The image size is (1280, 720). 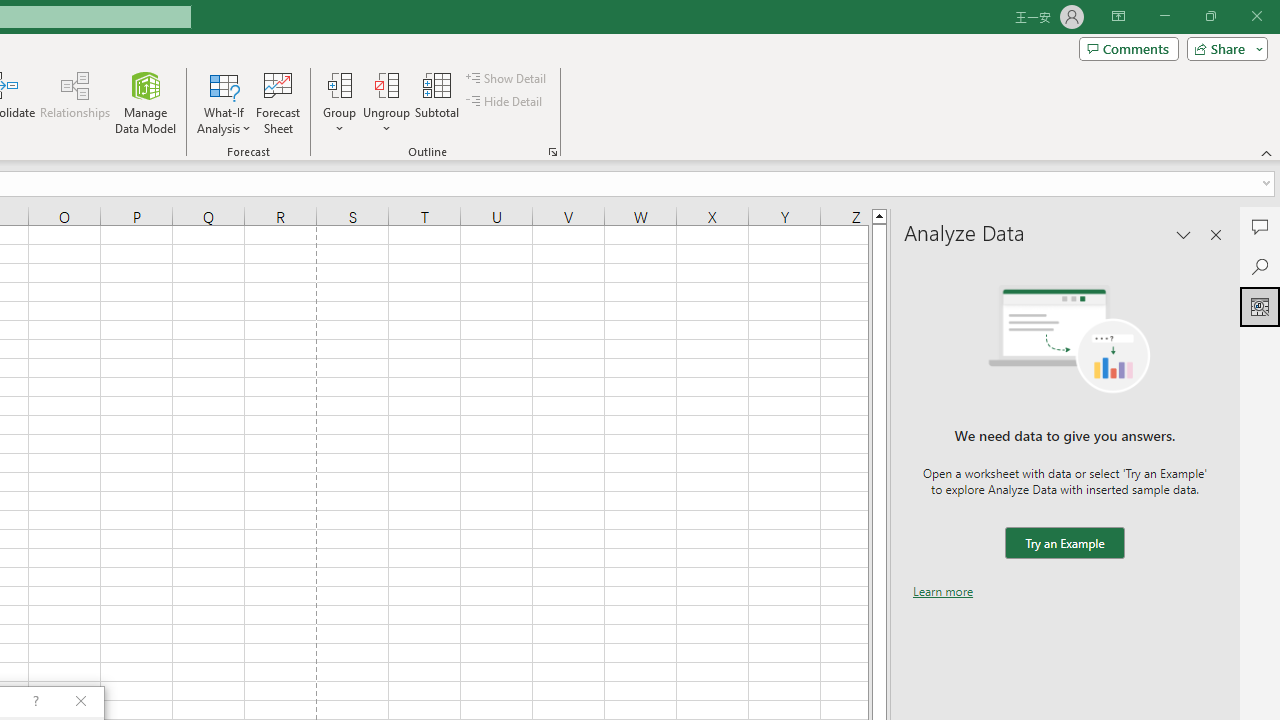 What do you see at coordinates (1215, 234) in the screenshot?
I see `'Close pane'` at bounding box center [1215, 234].